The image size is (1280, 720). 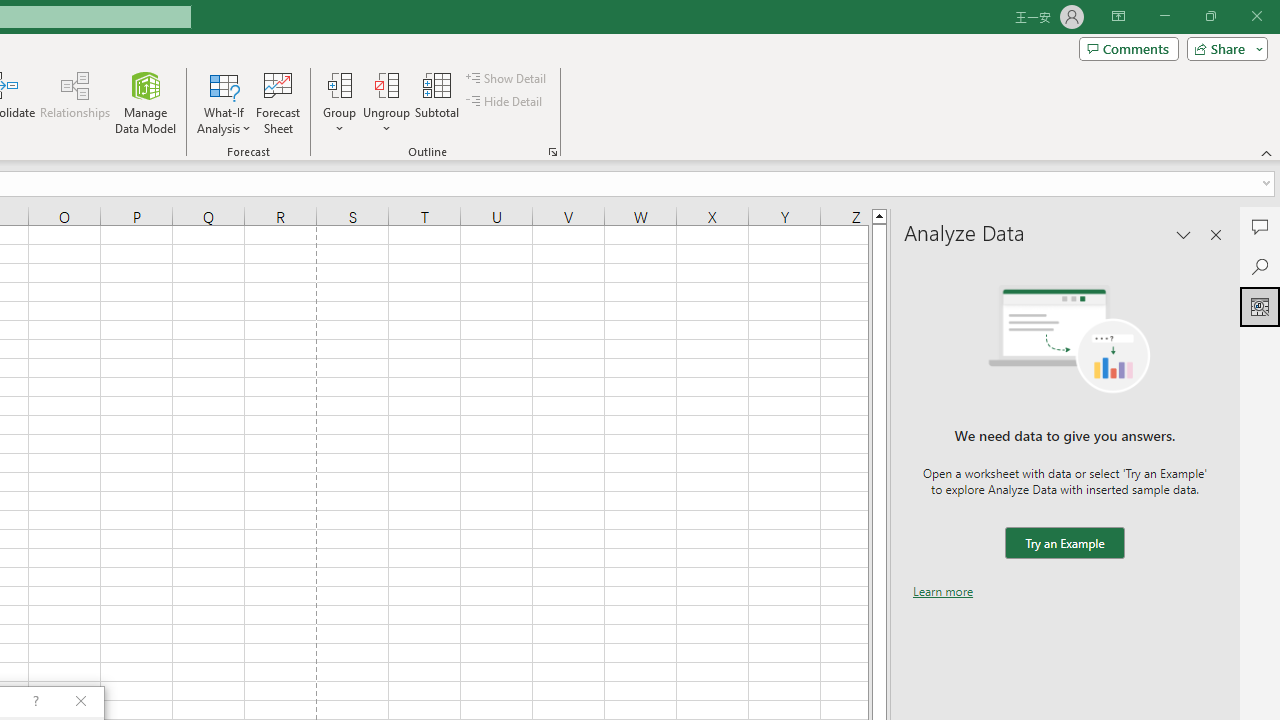 What do you see at coordinates (1215, 234) in the screenshot?
I see `'Close pane'` at bounding box center [1215, 234].